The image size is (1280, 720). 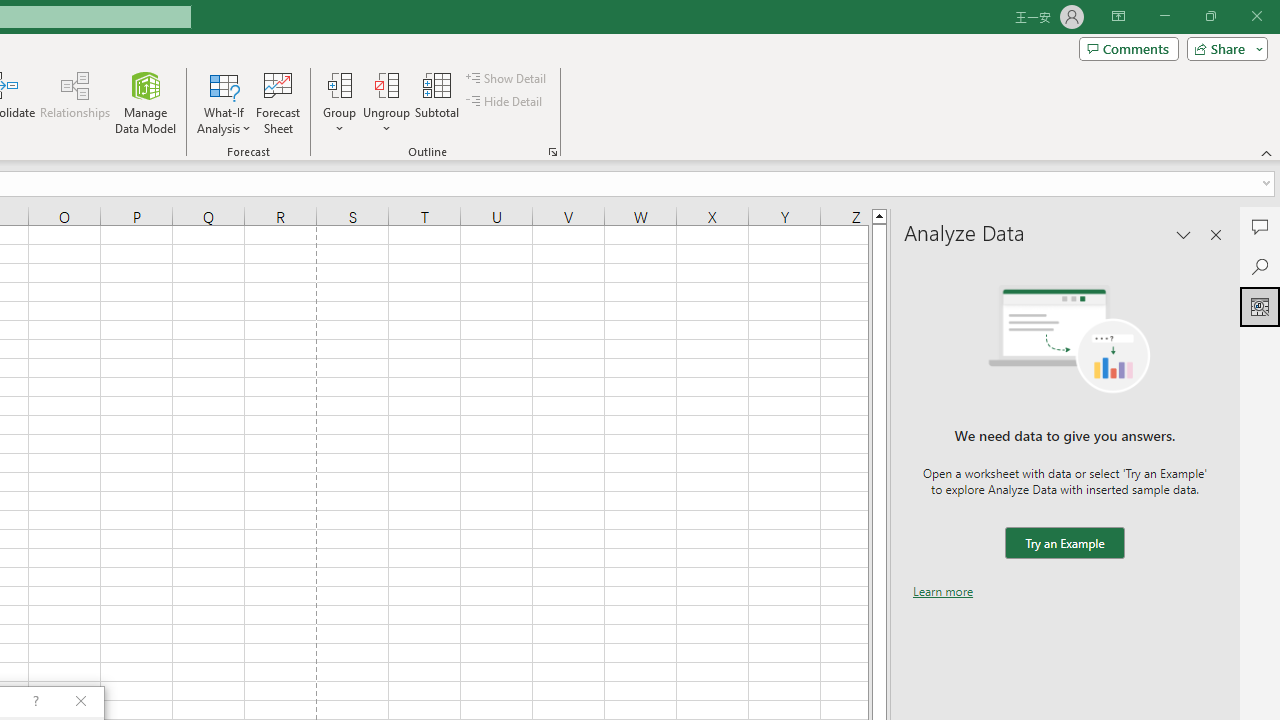 What do you see at coordinates (1215, 234) in the screenshot?
I see `'Close pane'` at bounding box center [1215, 234].